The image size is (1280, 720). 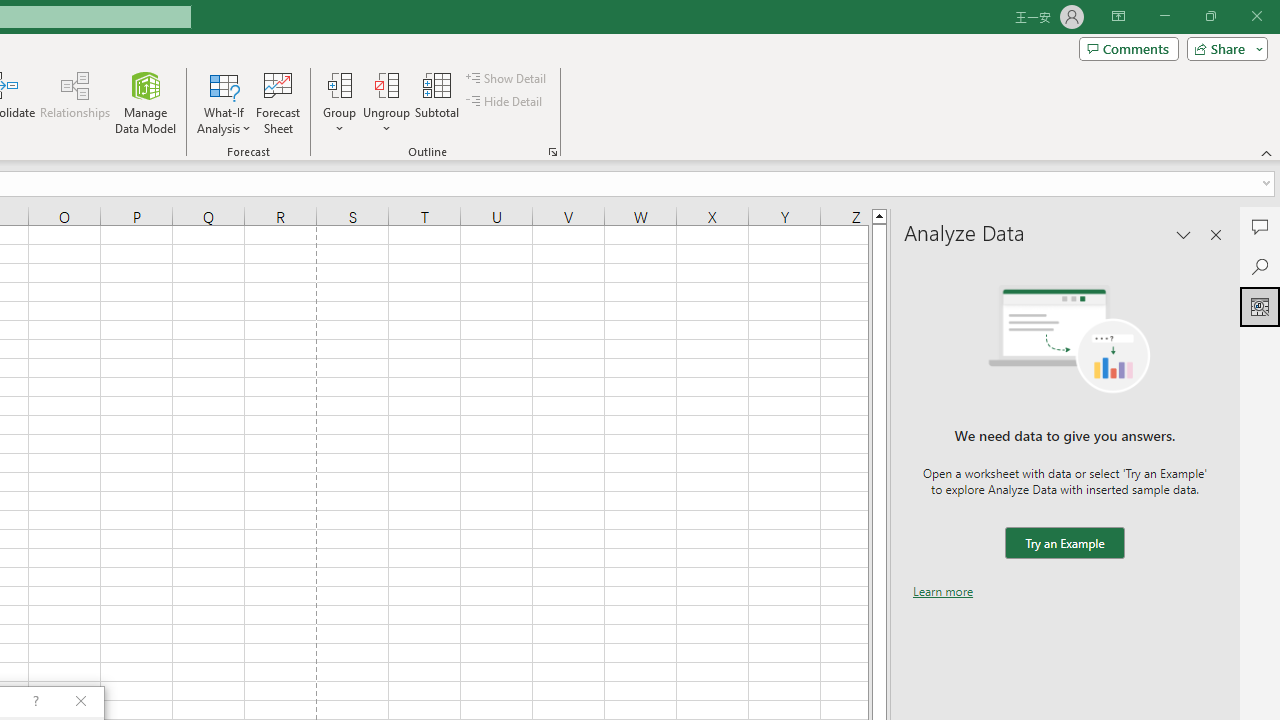 What do you see at coordinates (1215, 234) in the screenshot?
I see `'Close pane'` at bounding box center [1215, 234].